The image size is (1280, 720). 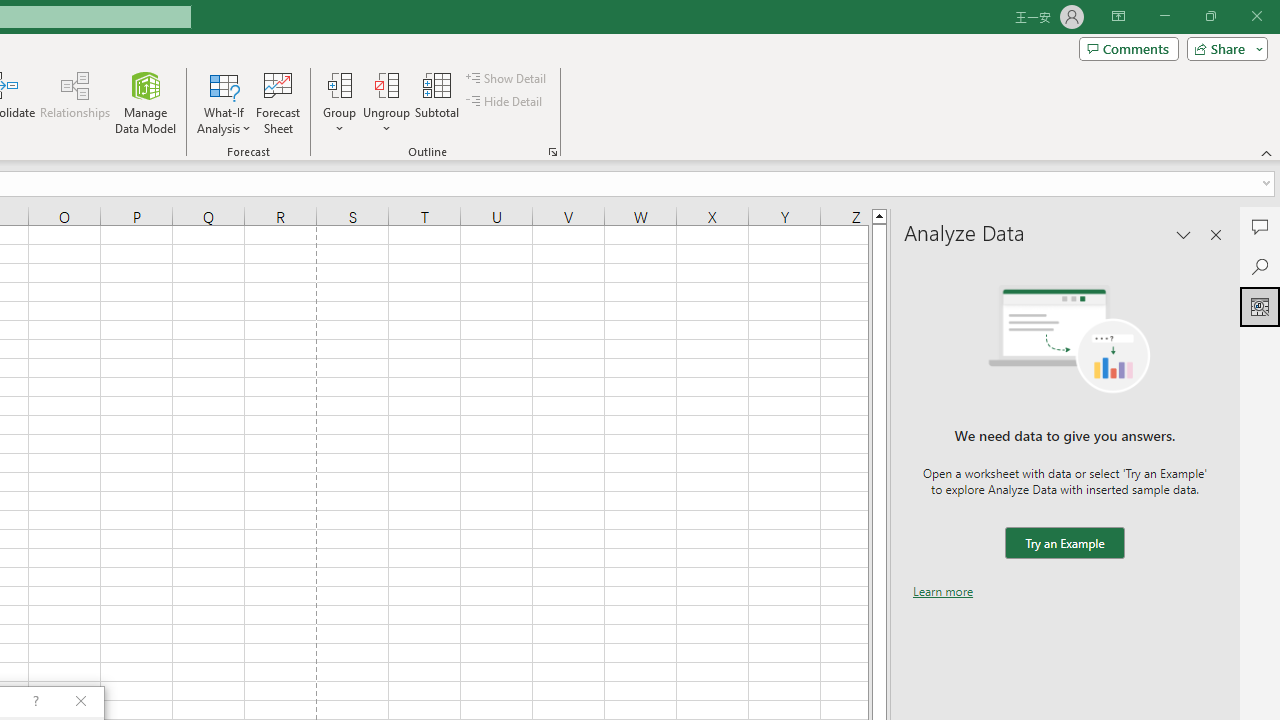 What do you see at coordinates (1215, 234) in the screenshot?
I see `'Close pane'` at bounding box center [1215, 234].